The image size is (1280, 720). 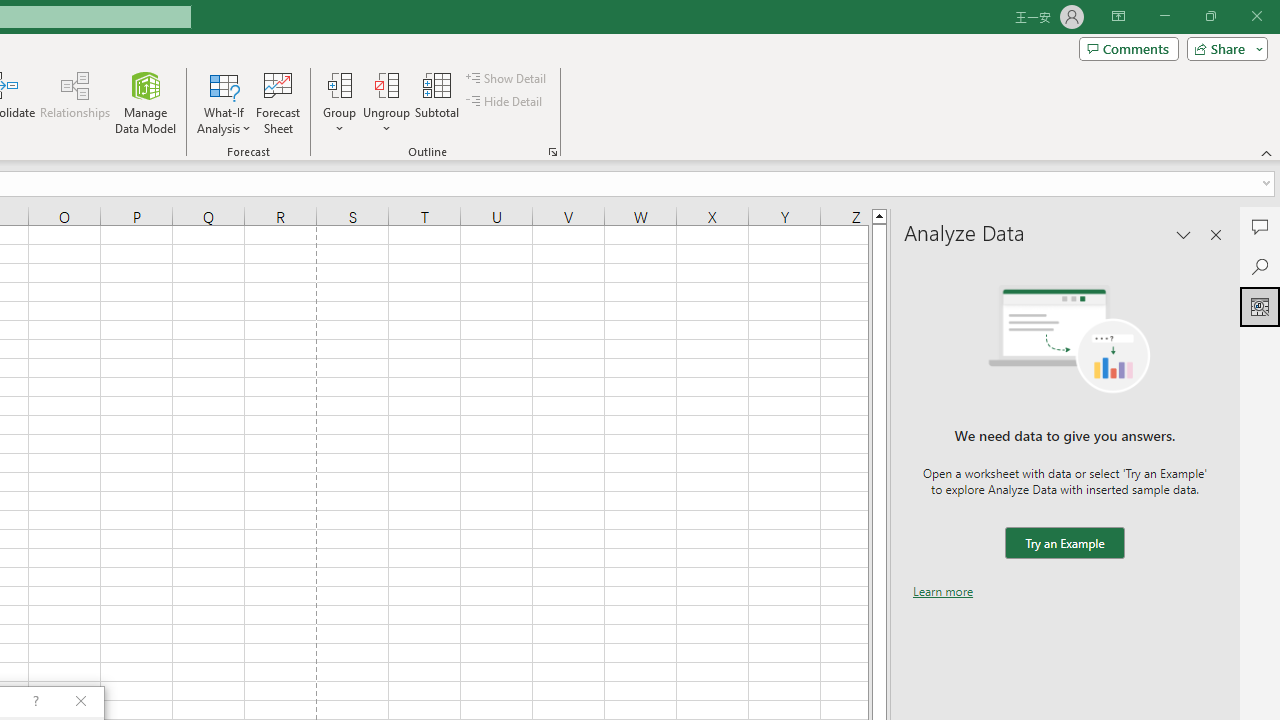 What do you see at coordinates (1215, 234) in the screenshot?
I see `'Close pane'` at bounding box center [1215, 234].